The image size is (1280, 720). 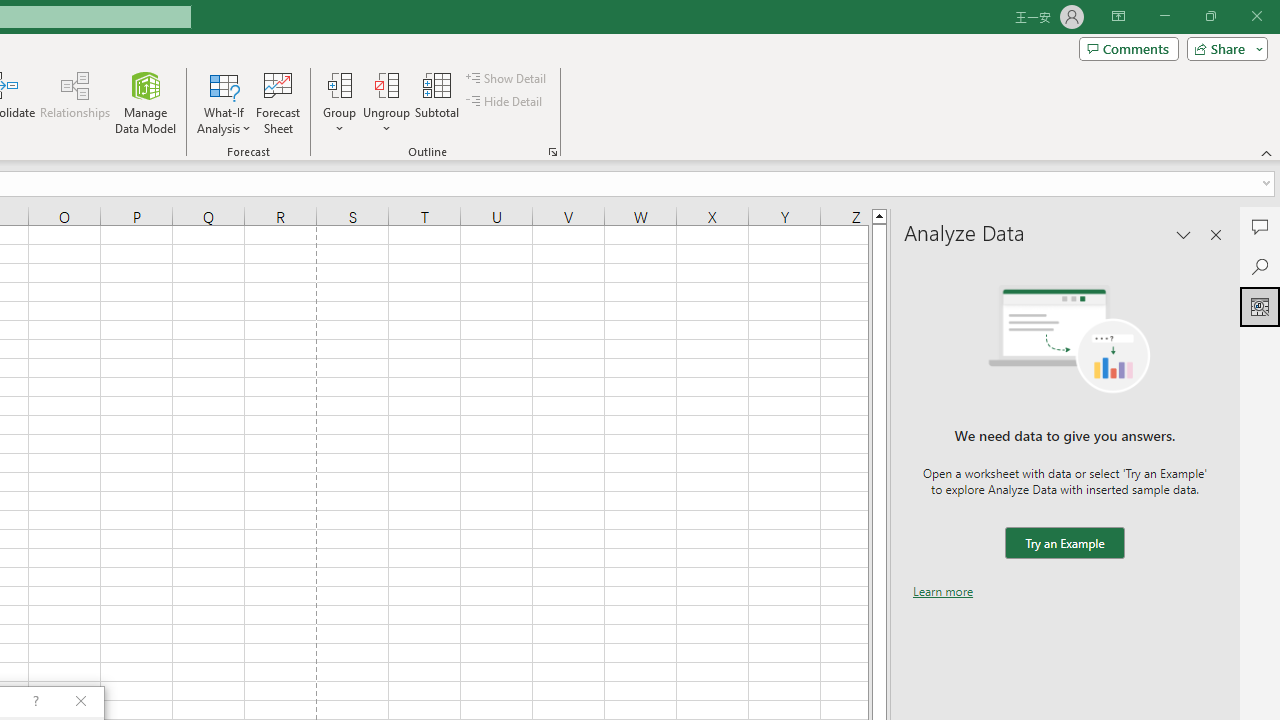 What do you see at coordinates (1215, 234) in the screenshot?
I see `'Close pane'` at bounding box center [1215, 234].